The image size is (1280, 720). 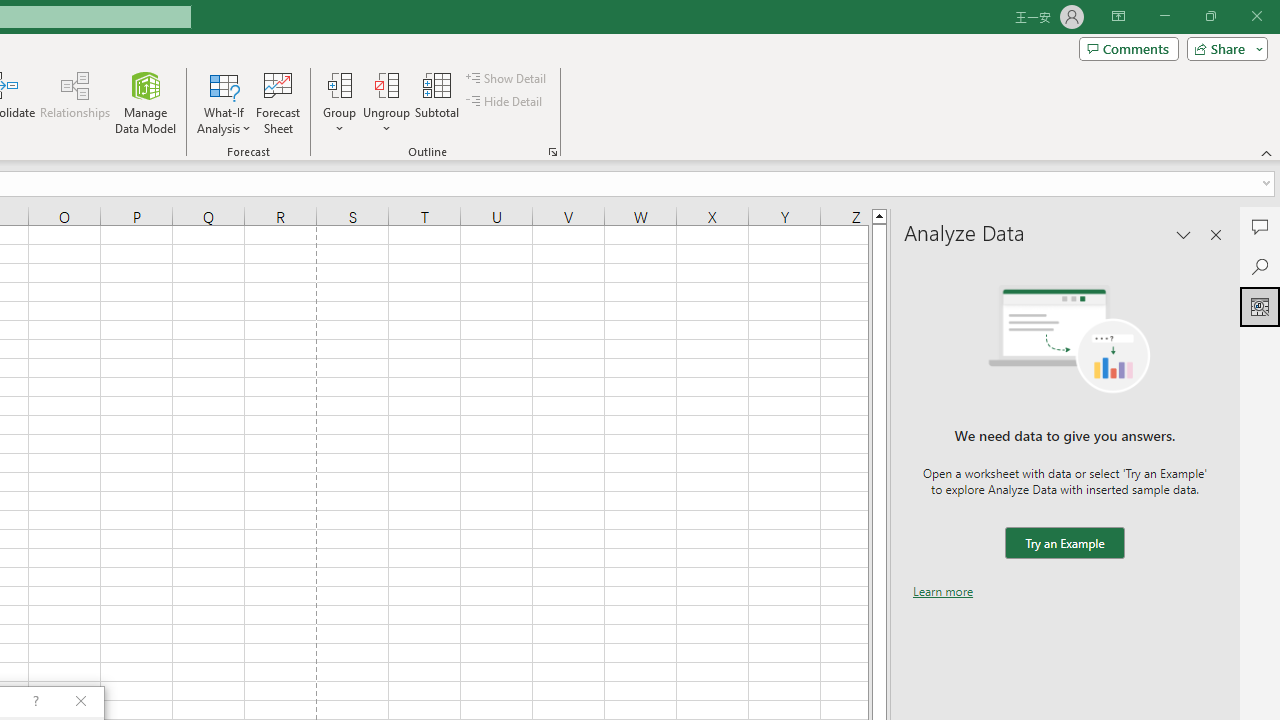 What do you see at coordinates (1215, 234) in the screenshot?
I see `'Close pane'` at bounding box center [1215, 234].